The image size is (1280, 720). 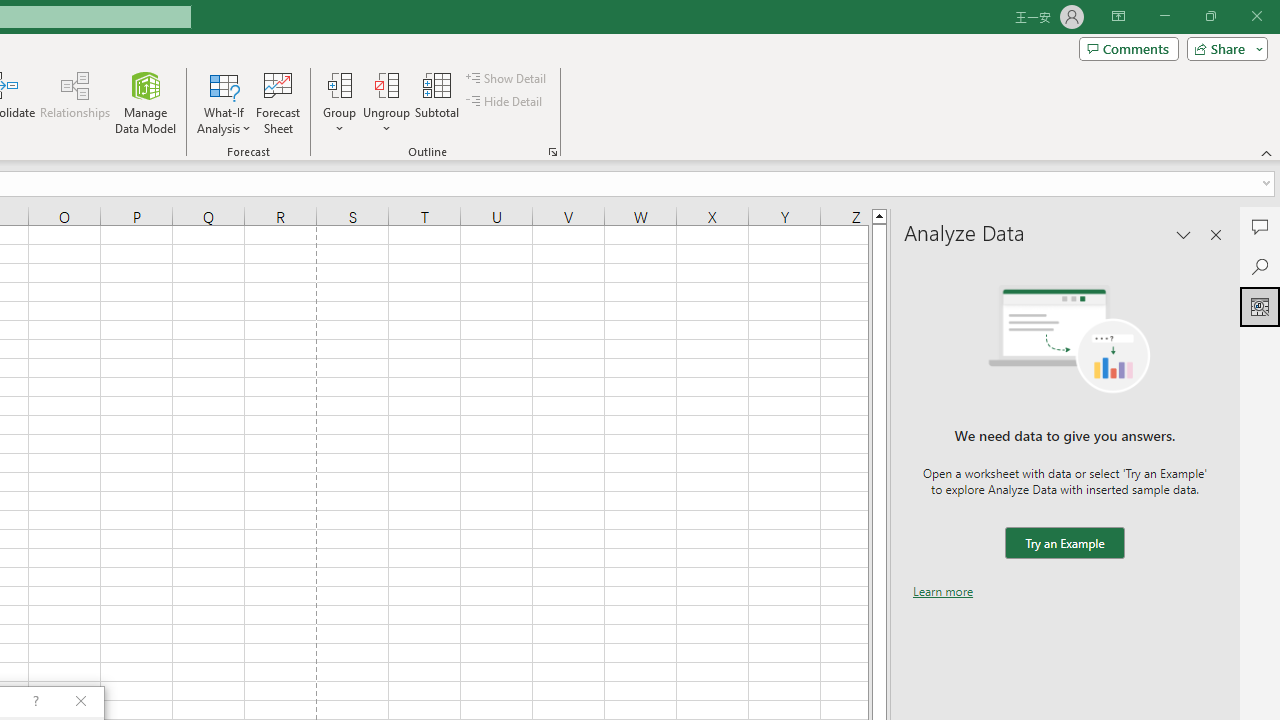 What do you see at coordinates (1215, 234) in the screenshot?
I see `'Close pane'` at bounding box center [1215, 234].